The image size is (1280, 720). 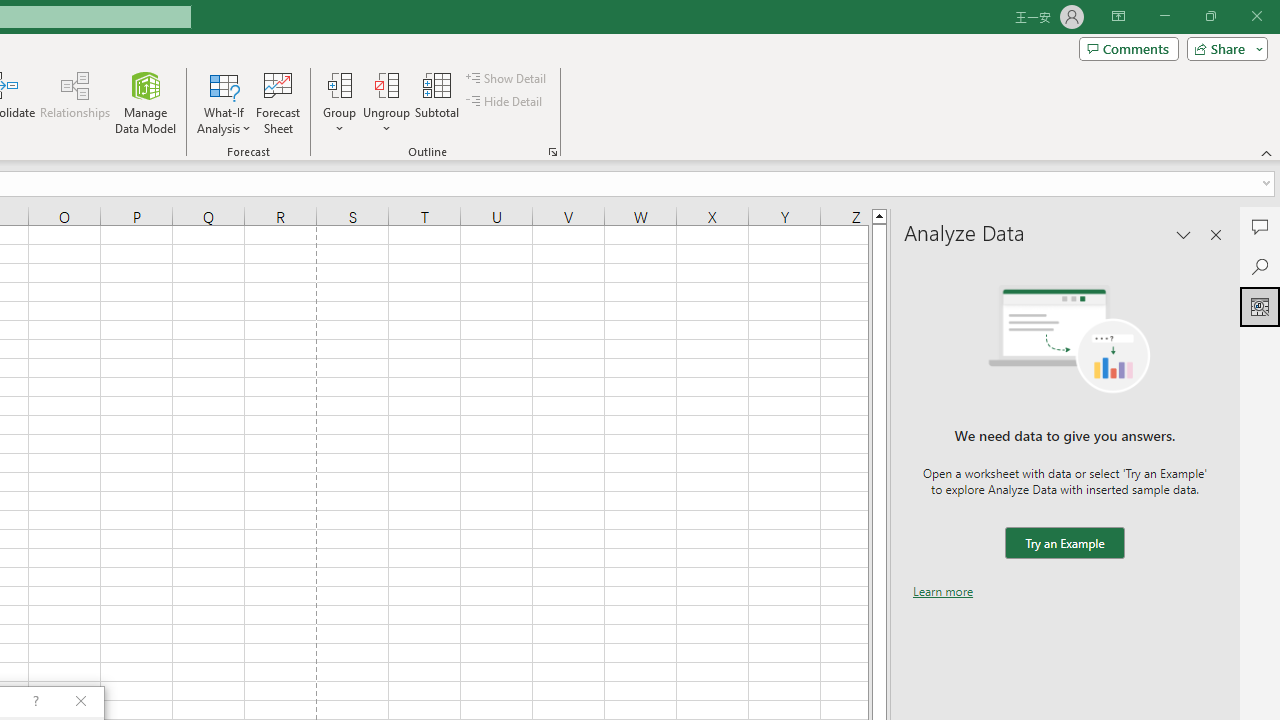 What do you see at coordinates (1215, 234) in the screenshot?
I see `'Close pane'` at bounding box center [1215, 234].